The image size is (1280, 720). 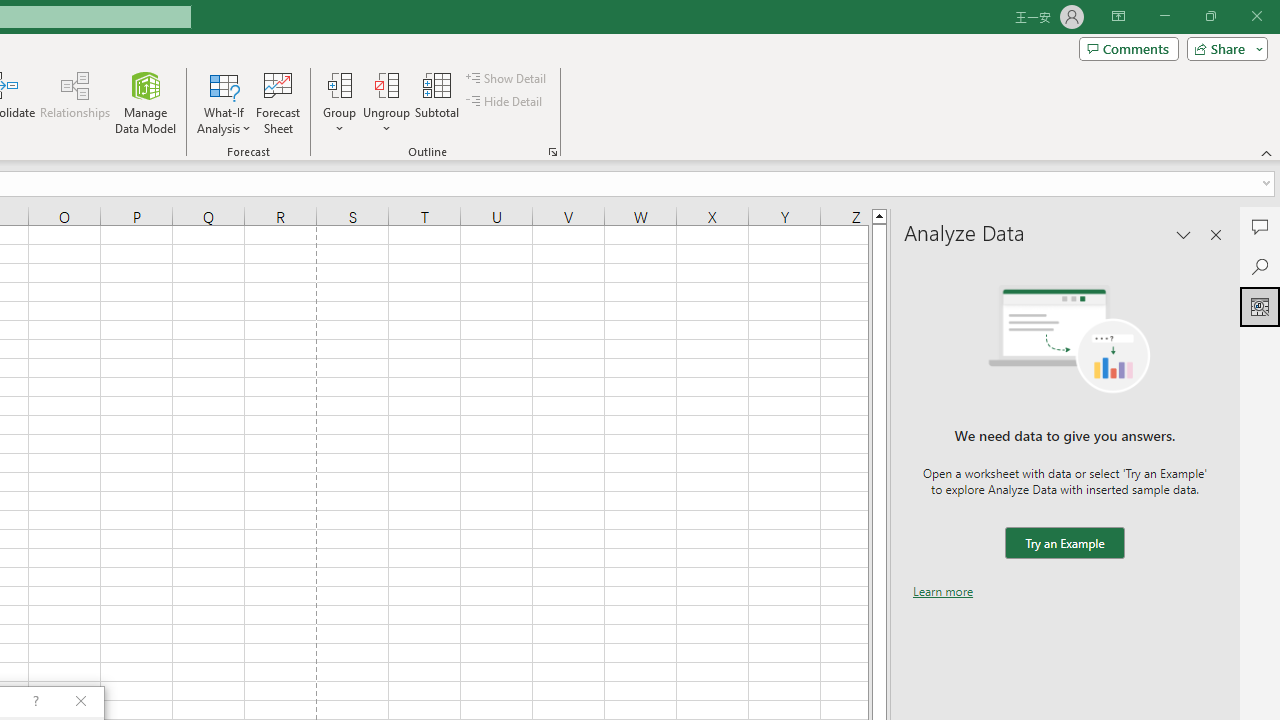 What do you see at coordinates (1215, 234) in the screenshot?
I see `'Close pane'` at bounding box center [1215, 234].